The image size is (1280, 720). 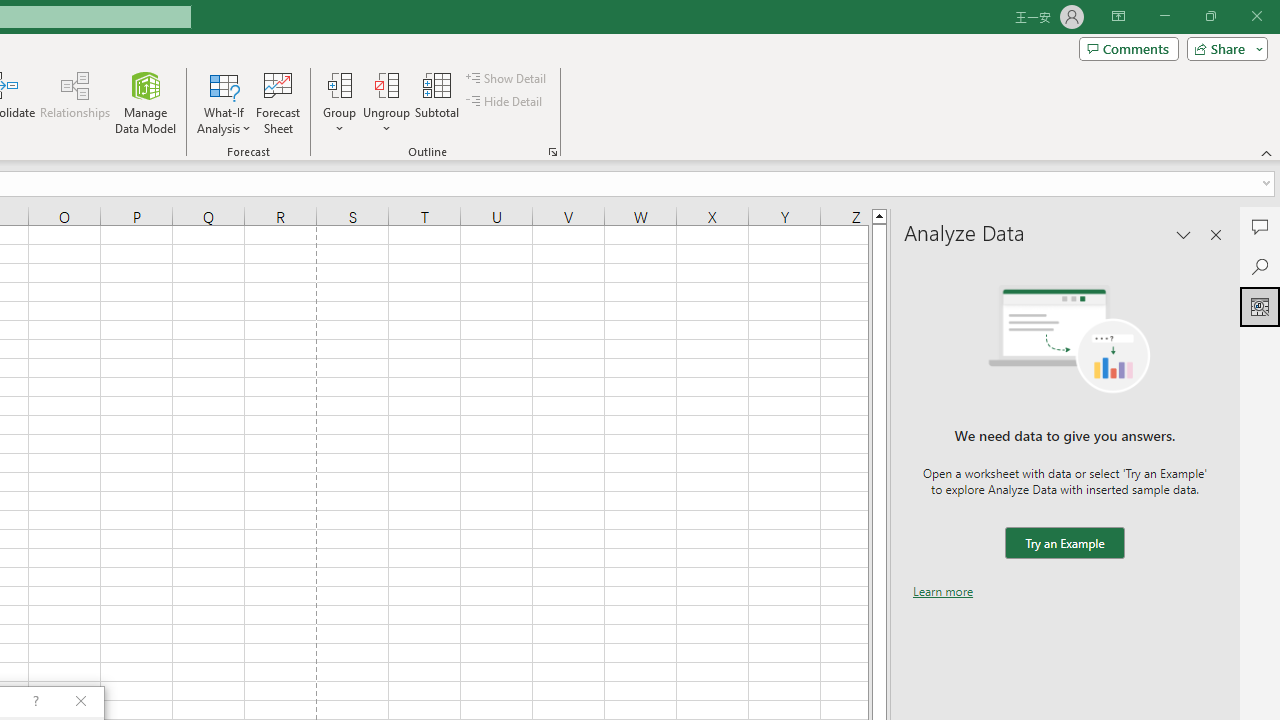 What do you see at coordinates (1215, 234) in the screenshot?
I see `'Close pane'` at bounding box center [1215, 234].